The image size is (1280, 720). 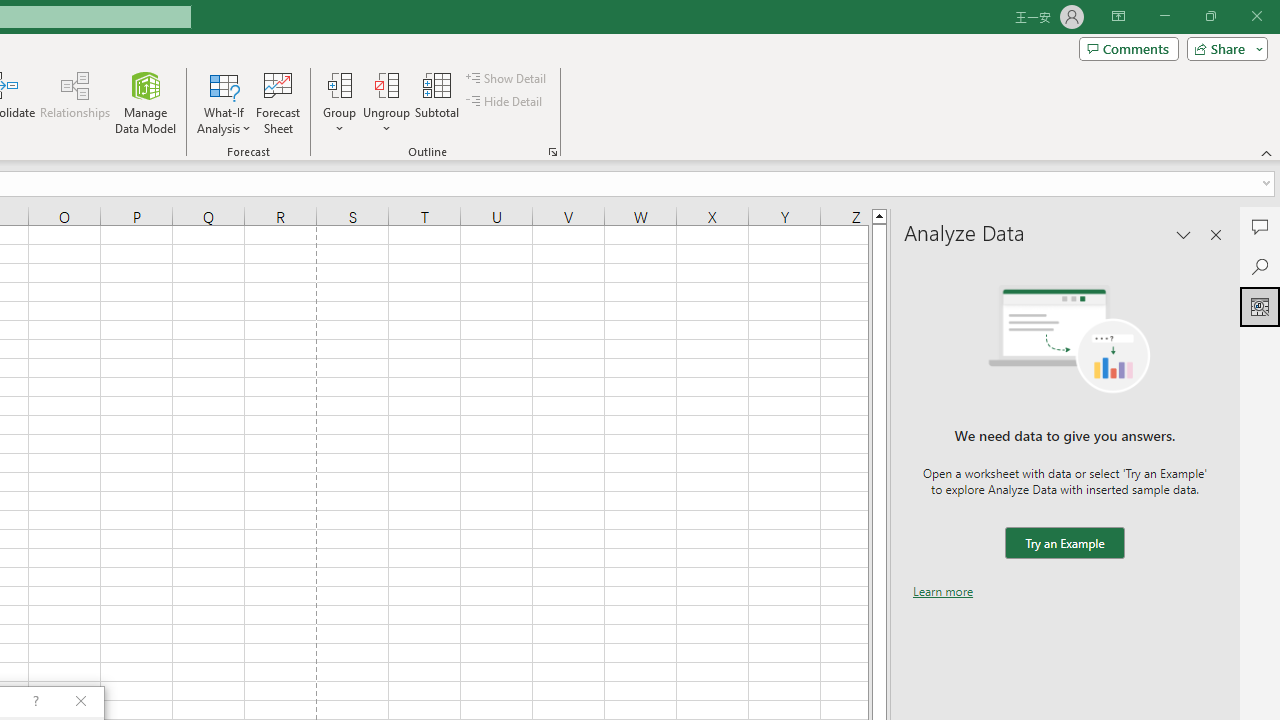 What do you see at coordinates (1215, 234) in the screenshot?
I see `'Close pane'` at bounding box center [1215, 234].